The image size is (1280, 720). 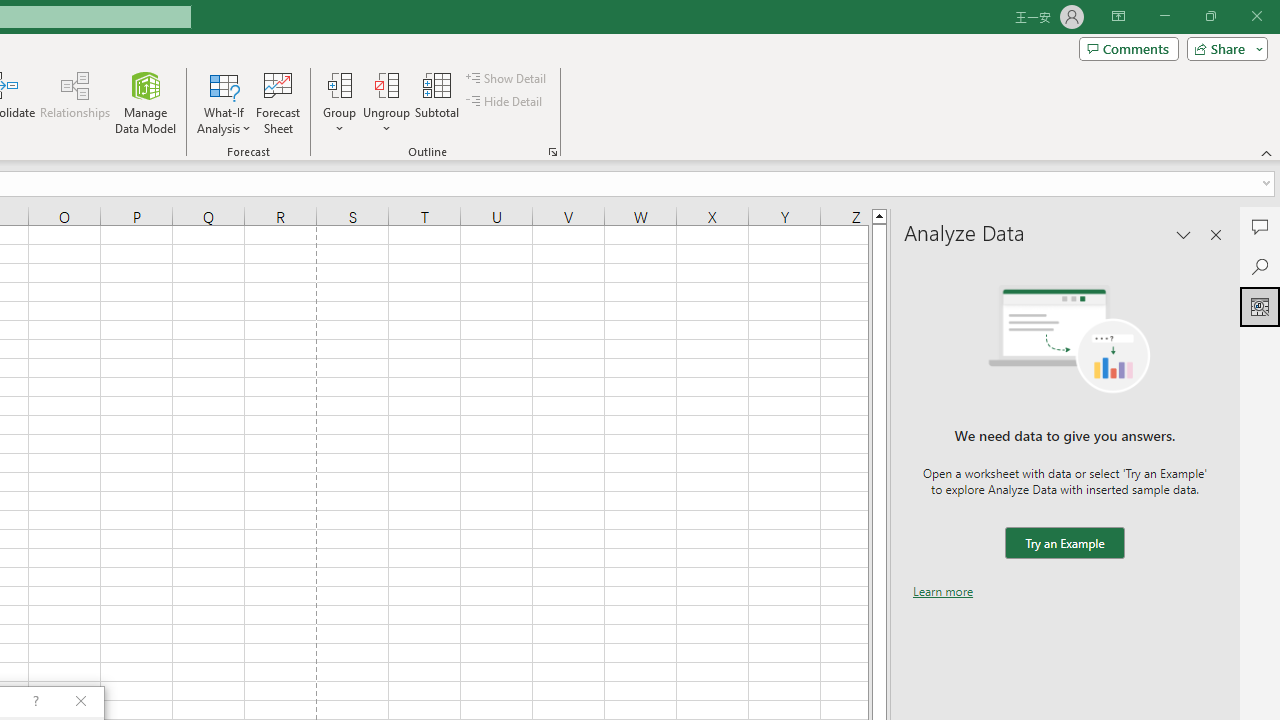 What do you see at coordinates (1215, 234) in the screenshot?
I see `'Close pane'` at bounding box center [1215, 234].